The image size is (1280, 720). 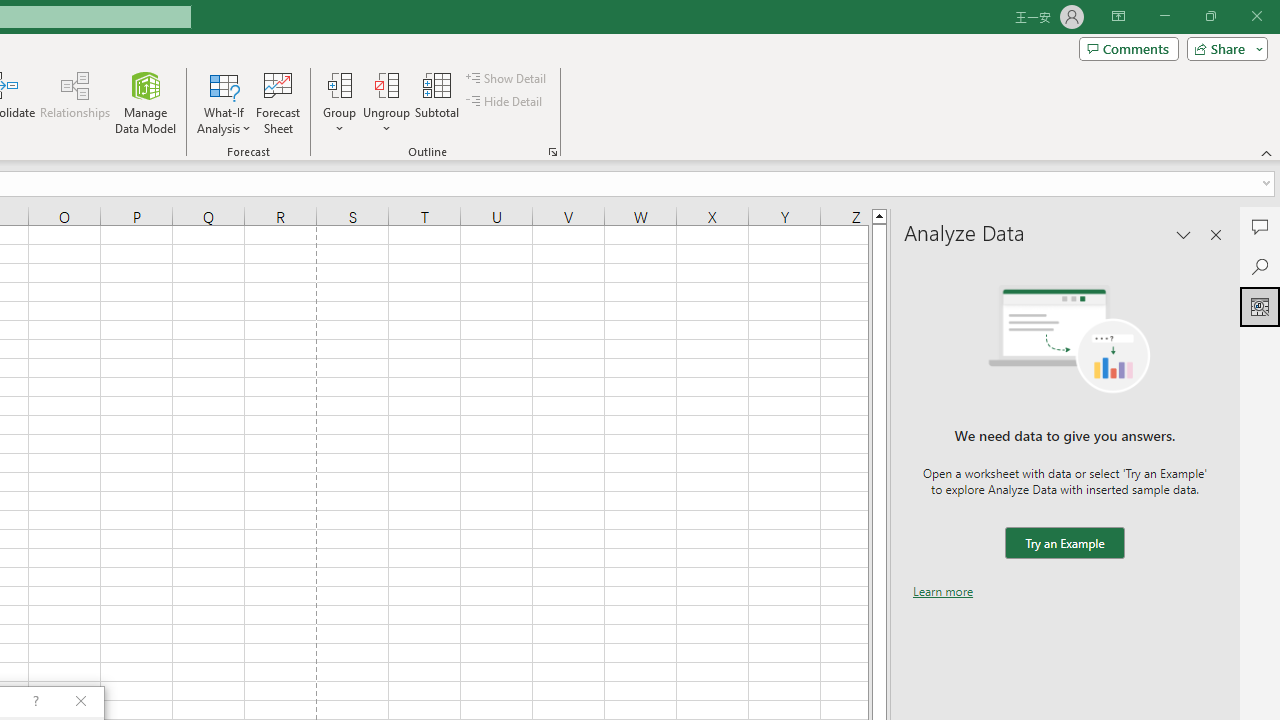 What do you see at coordinates (1215, 234) in the screenshot?
I see `'Close pane'` at bounding box center [1215, 234].